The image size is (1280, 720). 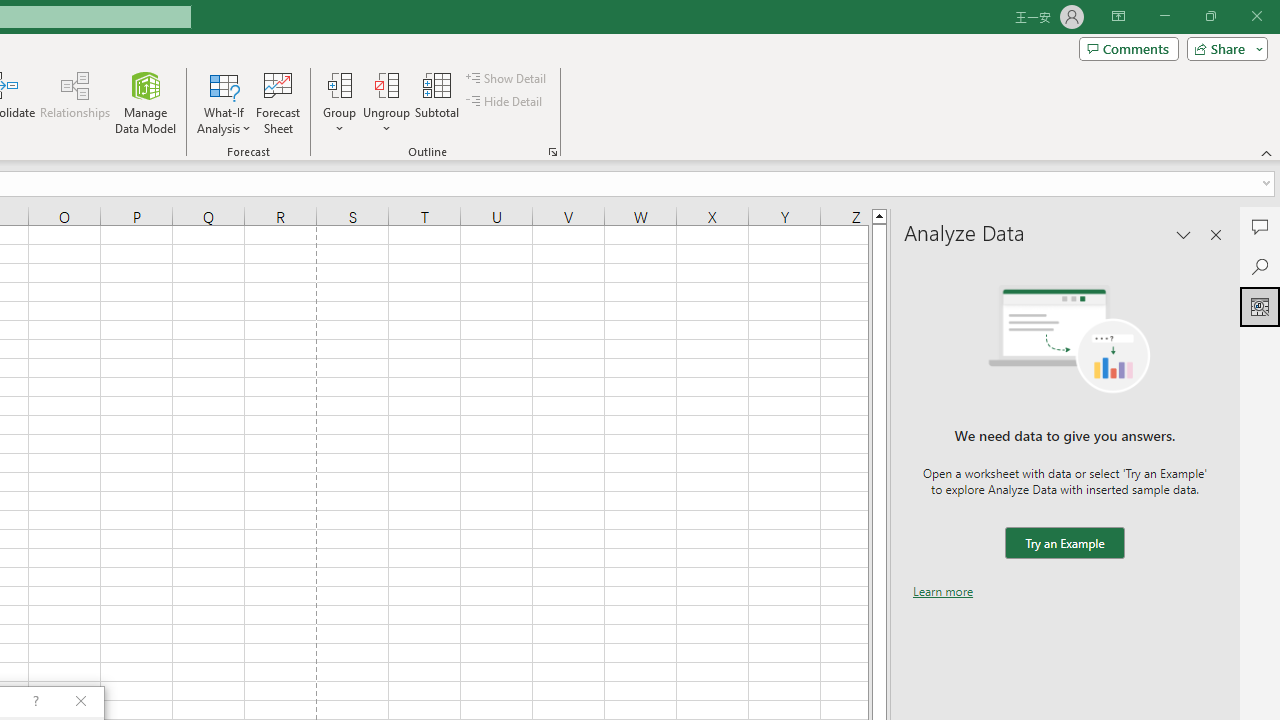 What do you see at coordinates (1215, 234) in the screenshot?
I see `'Close pane'` at bounding box center [1215, 234].